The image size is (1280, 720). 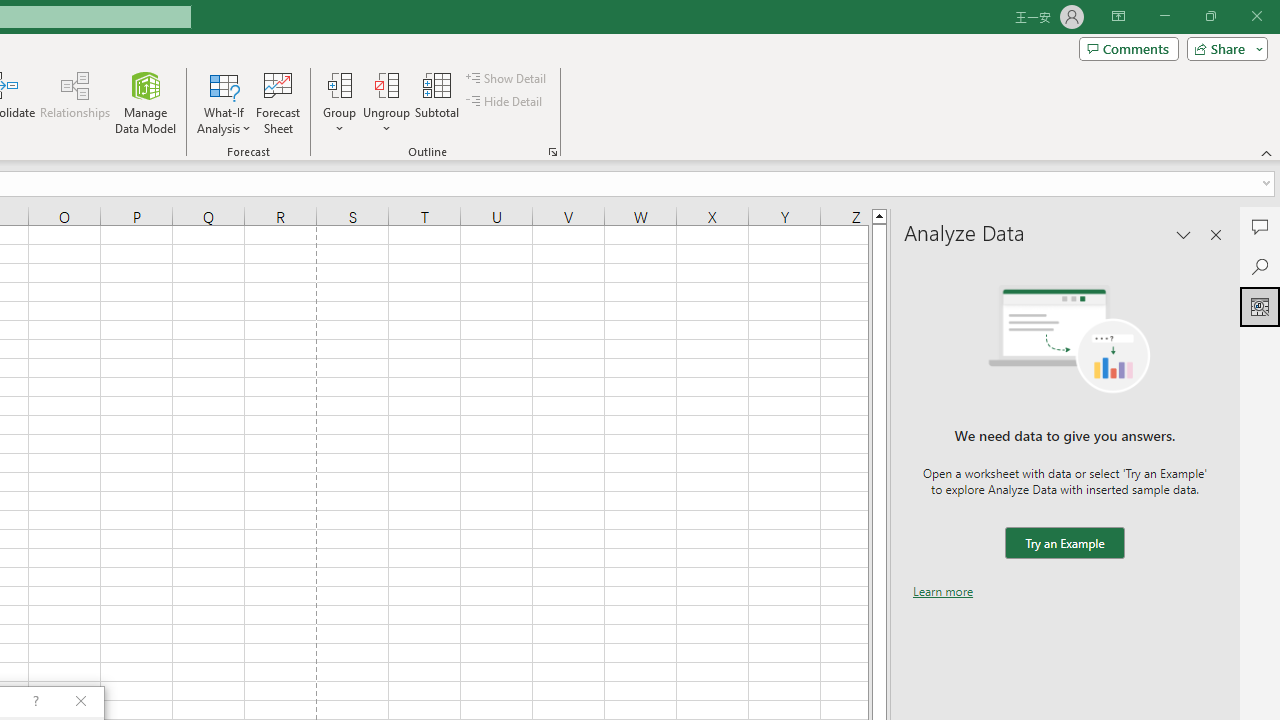 What do you see at coordinates (1215, 234) in the screenshot?
I see `'Close pane'` at bounding box center [1215, 234].